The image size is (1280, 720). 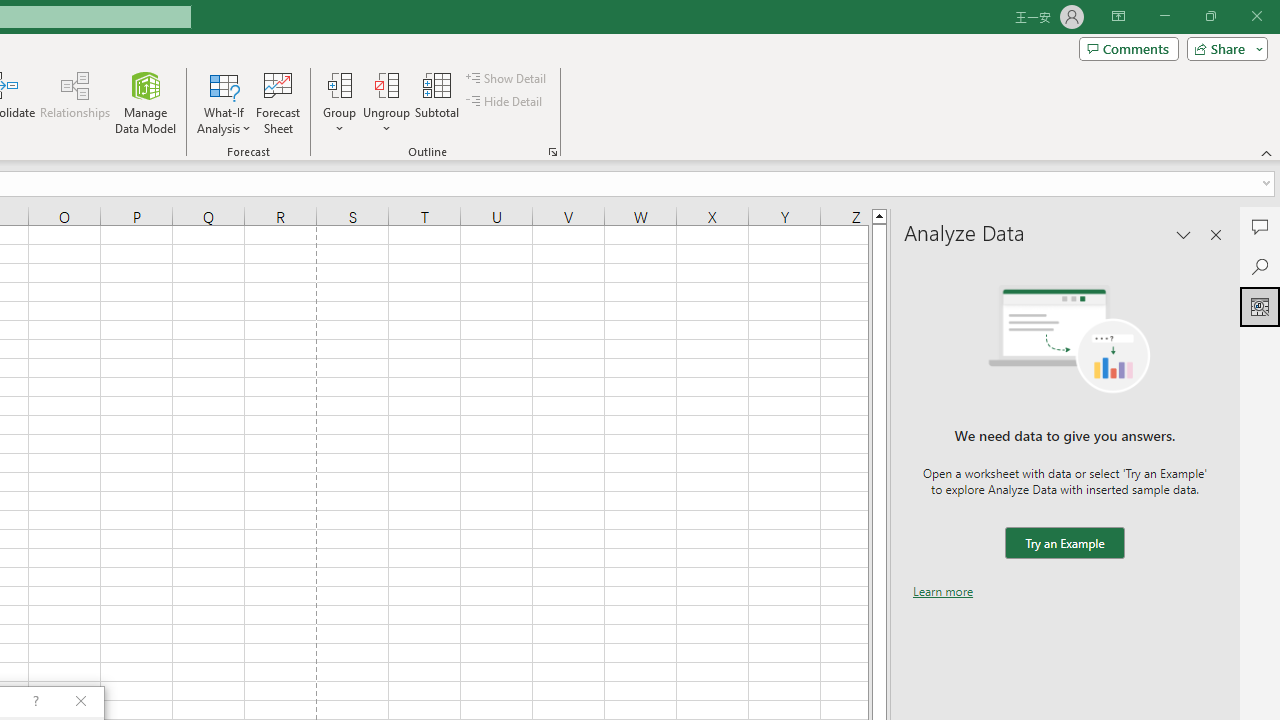 What do you see at coordinates (1215, 234) in the screenshot?
I see `'Close pane'` at bounding box center [1215, 234].